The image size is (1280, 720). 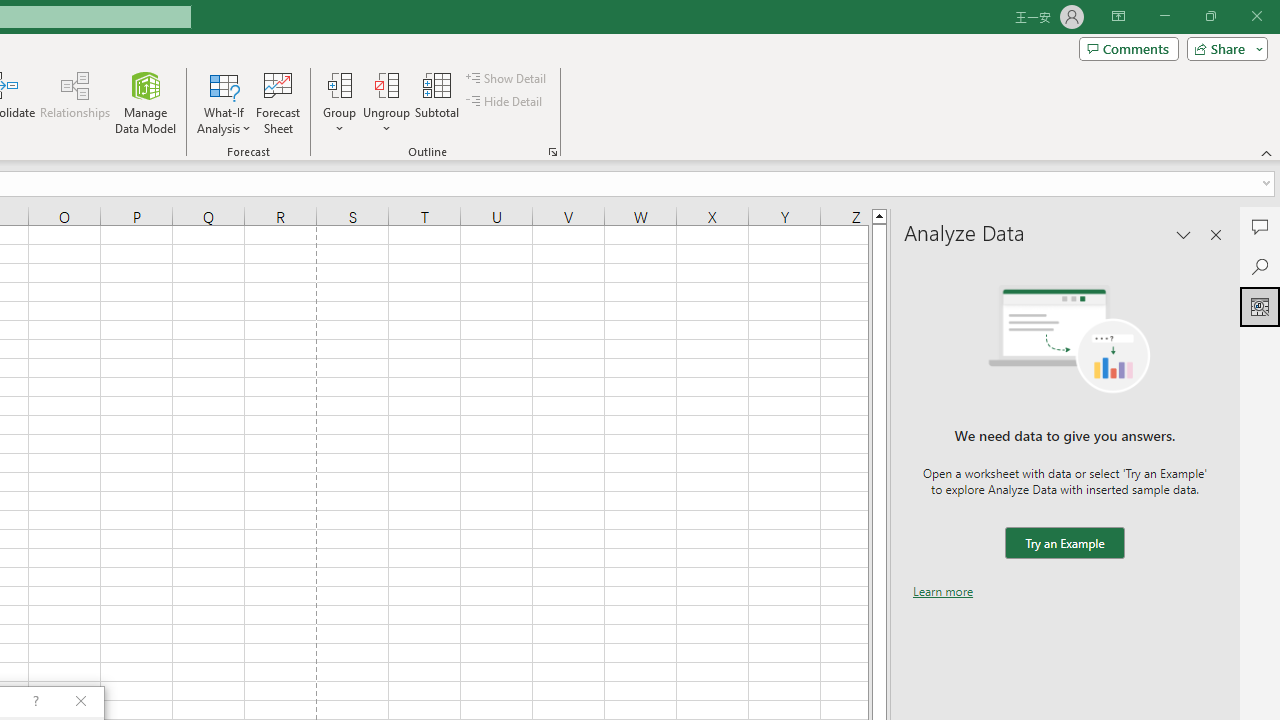 What do you see at coordinates (1215, 234) in the screenshot?
I see `'Close pane'` at bounding box center [1215, 234].